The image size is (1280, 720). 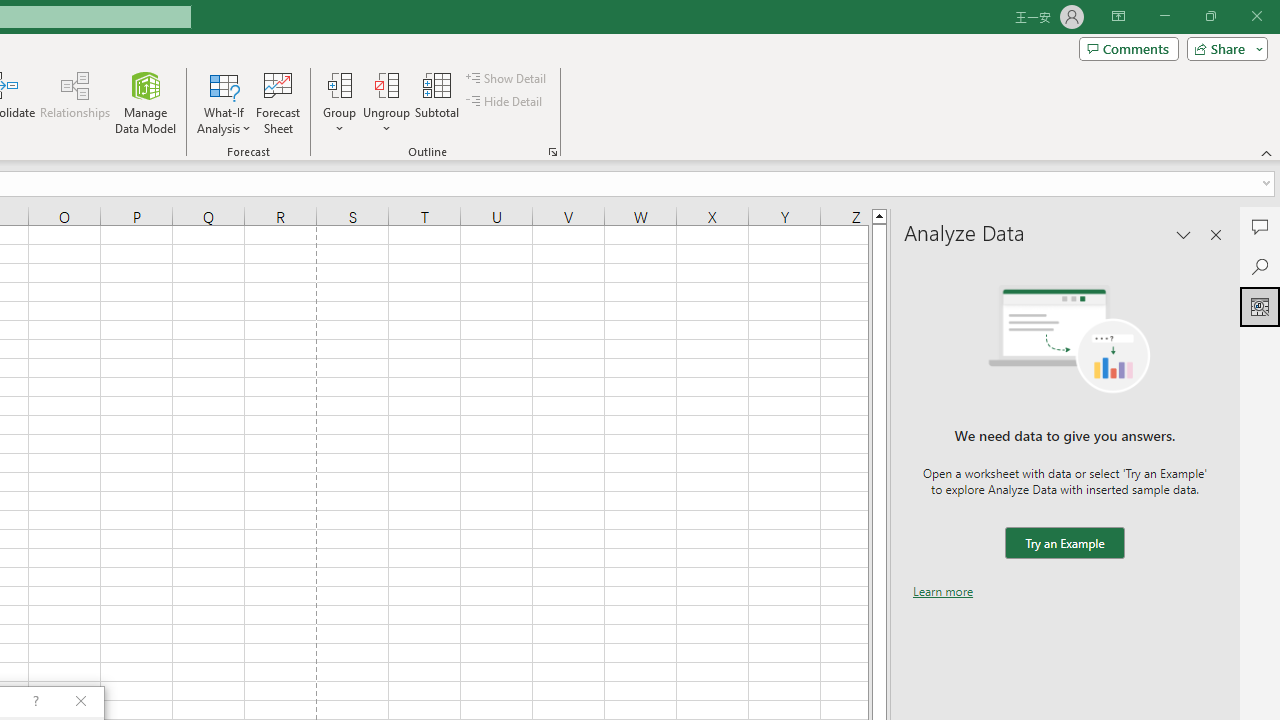 What do you see at coordinates (1215, 234) in the screenshot?
I see `'Close pane'` at bounding box center [1215, 234].